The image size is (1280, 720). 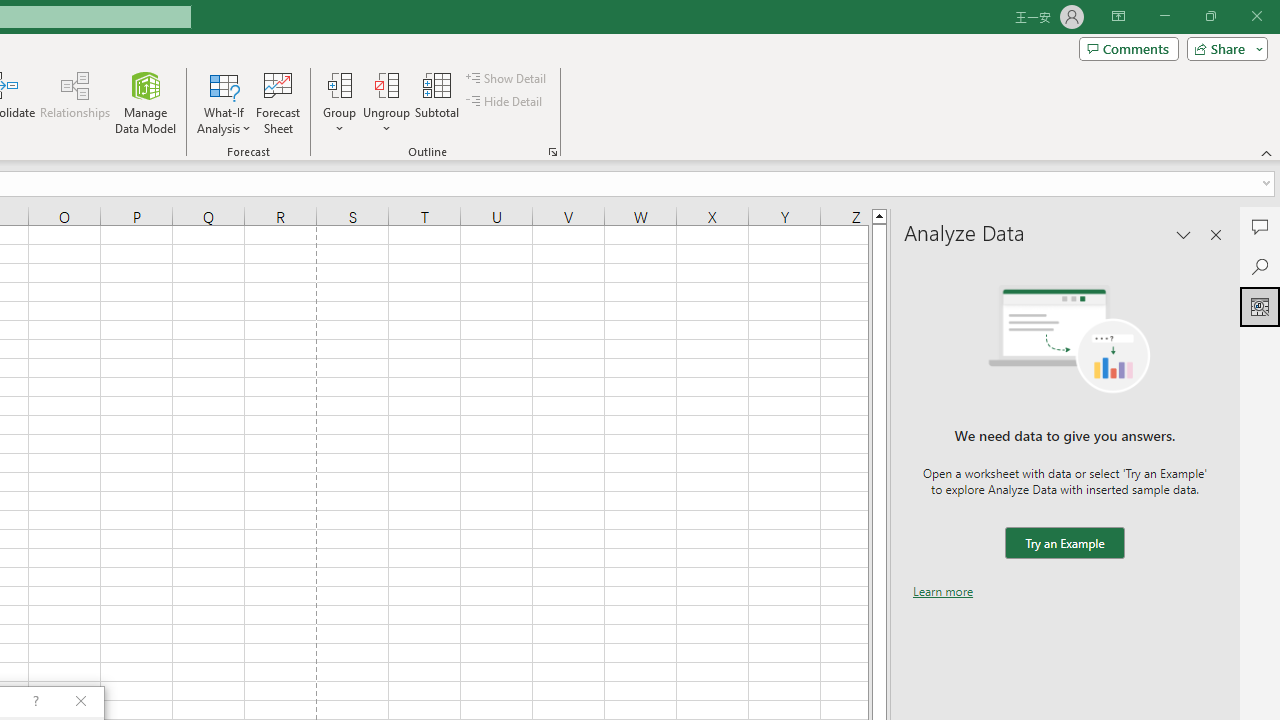 What do you see at coordinates (1215, 234) in the screenshot?
I see `'Close pane'` at bounding box center [1215, 234].